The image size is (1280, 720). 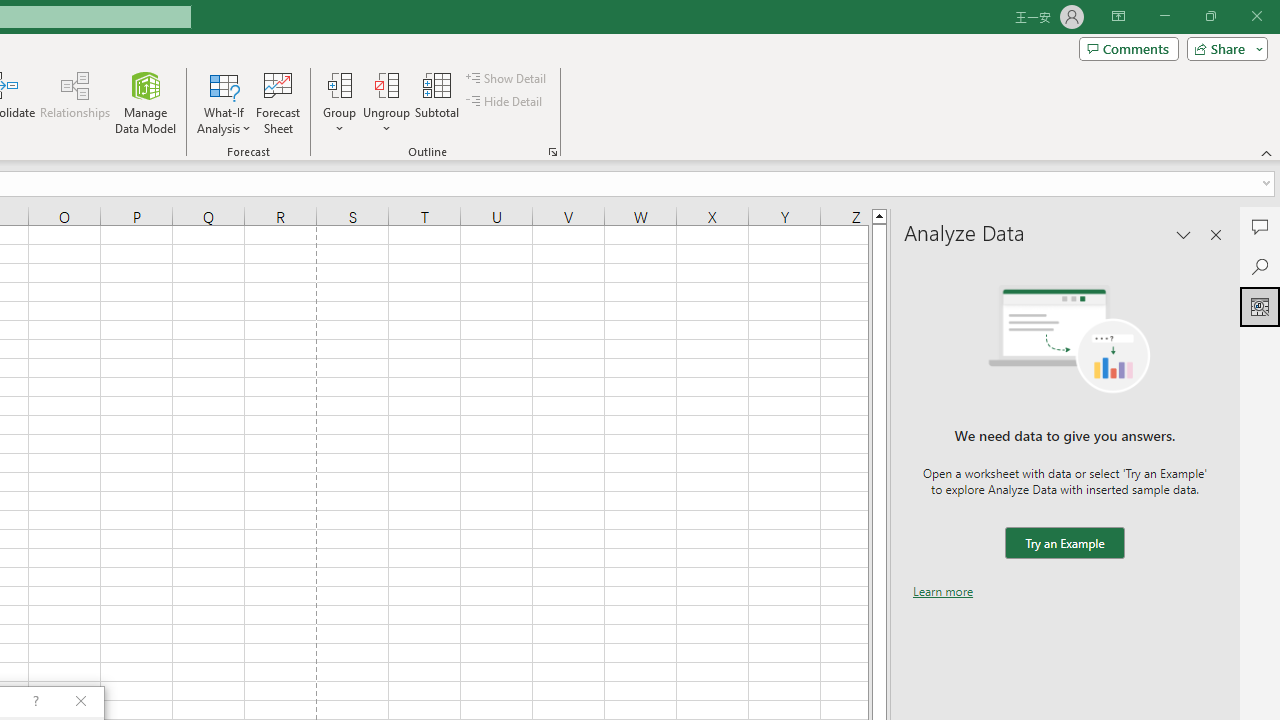 What do you see at coordinates (1215, 234) in the screenshot?
I see `'Close pane'` at bounding box center [1215, 234].